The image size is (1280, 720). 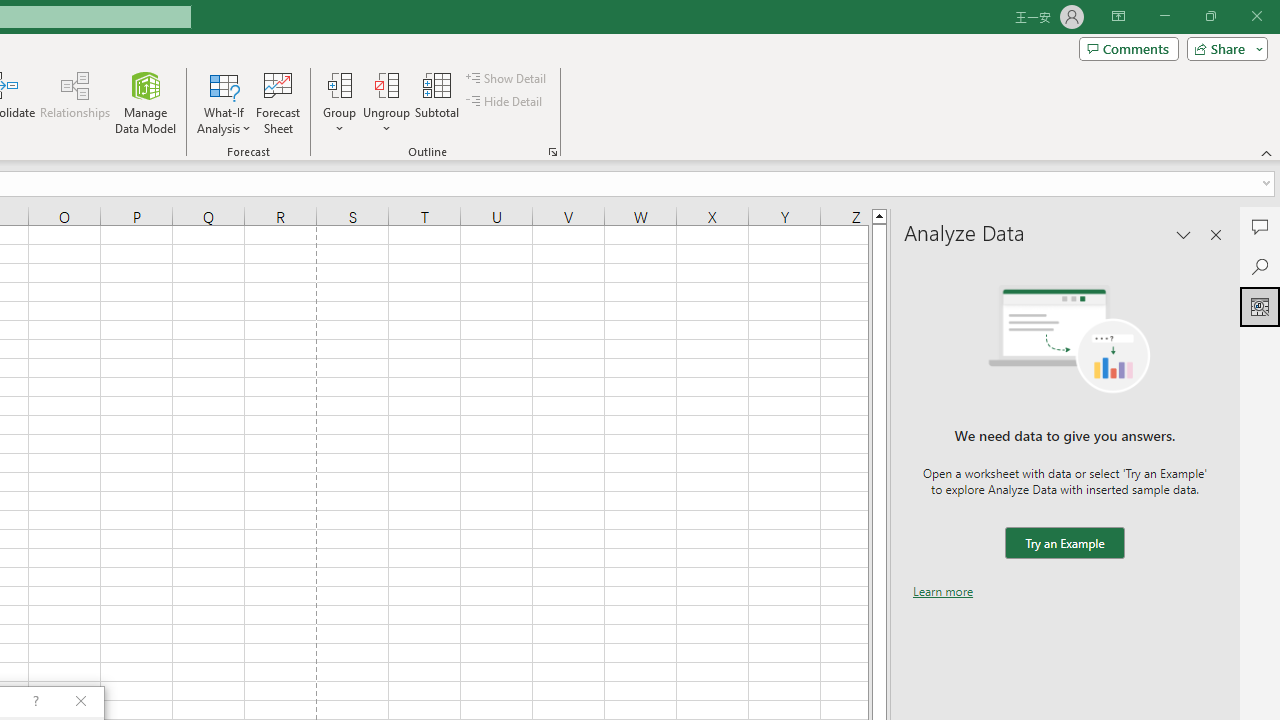 What do you see at coordinates (1215, 234) in the screenshot?
I see `'Close pane'` at bounding box center [1215, 234].